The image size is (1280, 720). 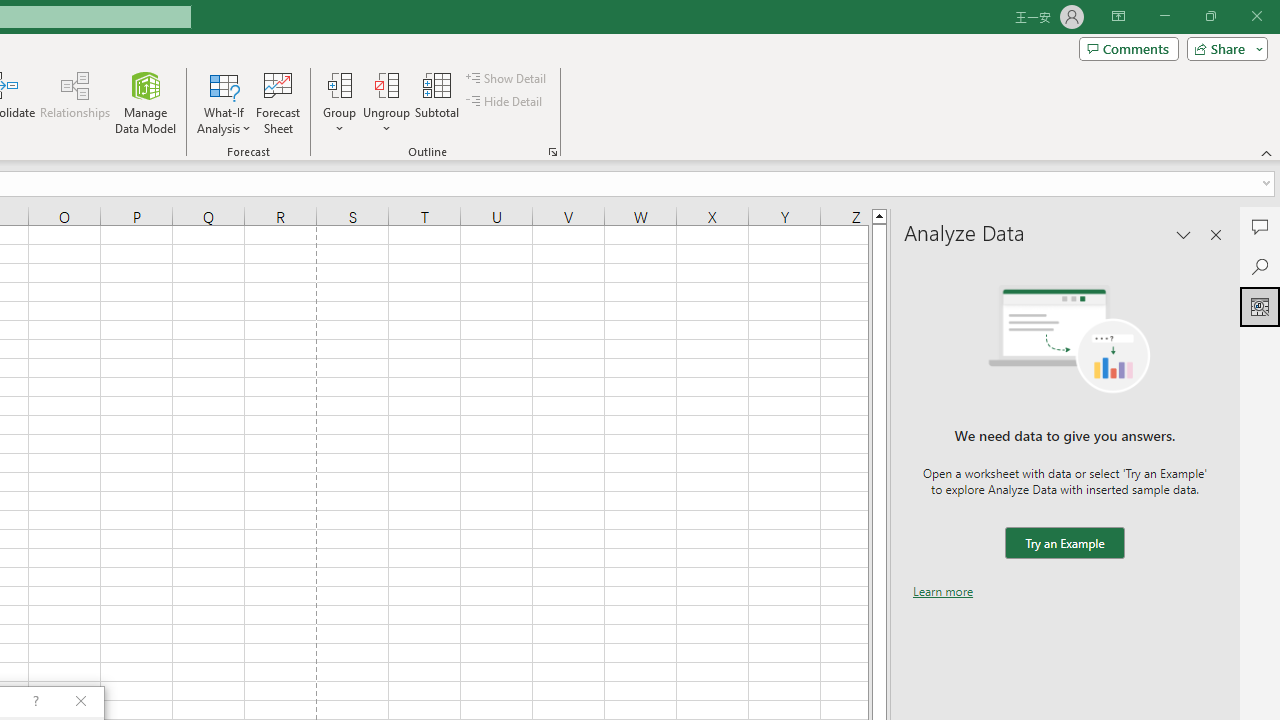 What do you see at coordinates (1215, 234) in the screenshot?
I see `'Close pane'` at bounding box center [1215, 234].